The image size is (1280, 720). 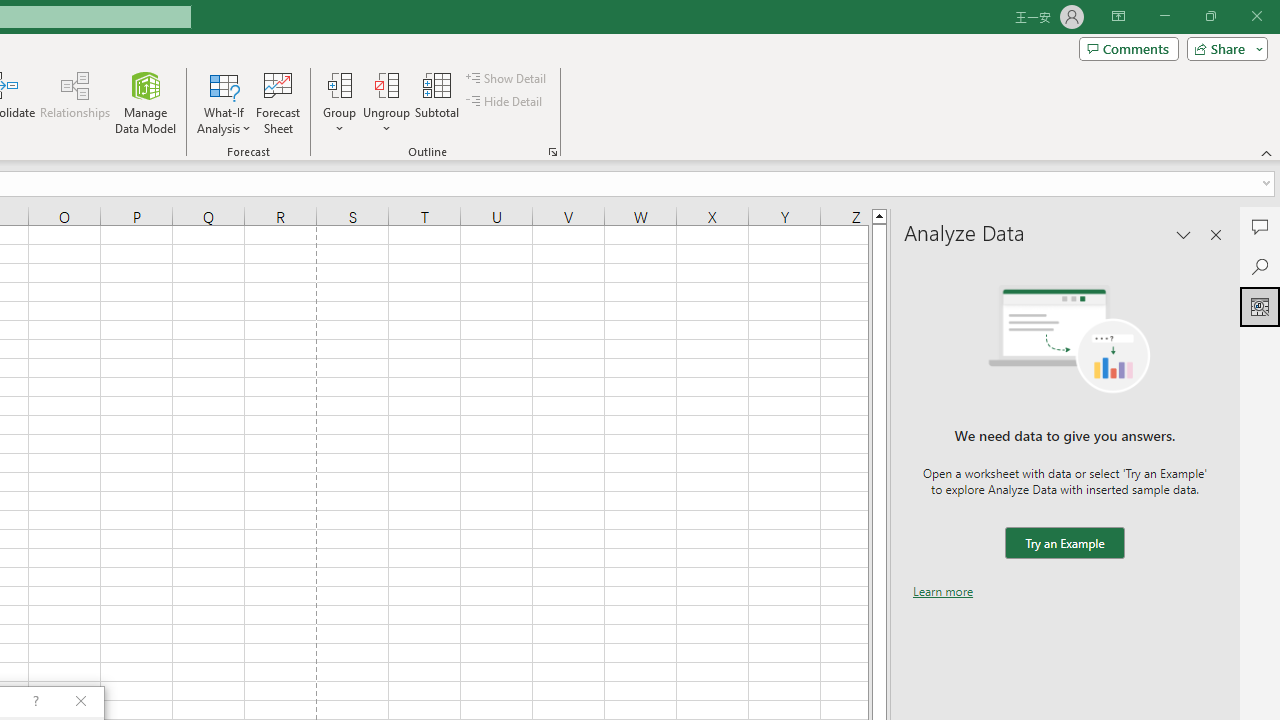 What do you see at coordinates (1215, 234) in the screenshot?
I see `'Close pane'` at bounding box center [1215, 234].